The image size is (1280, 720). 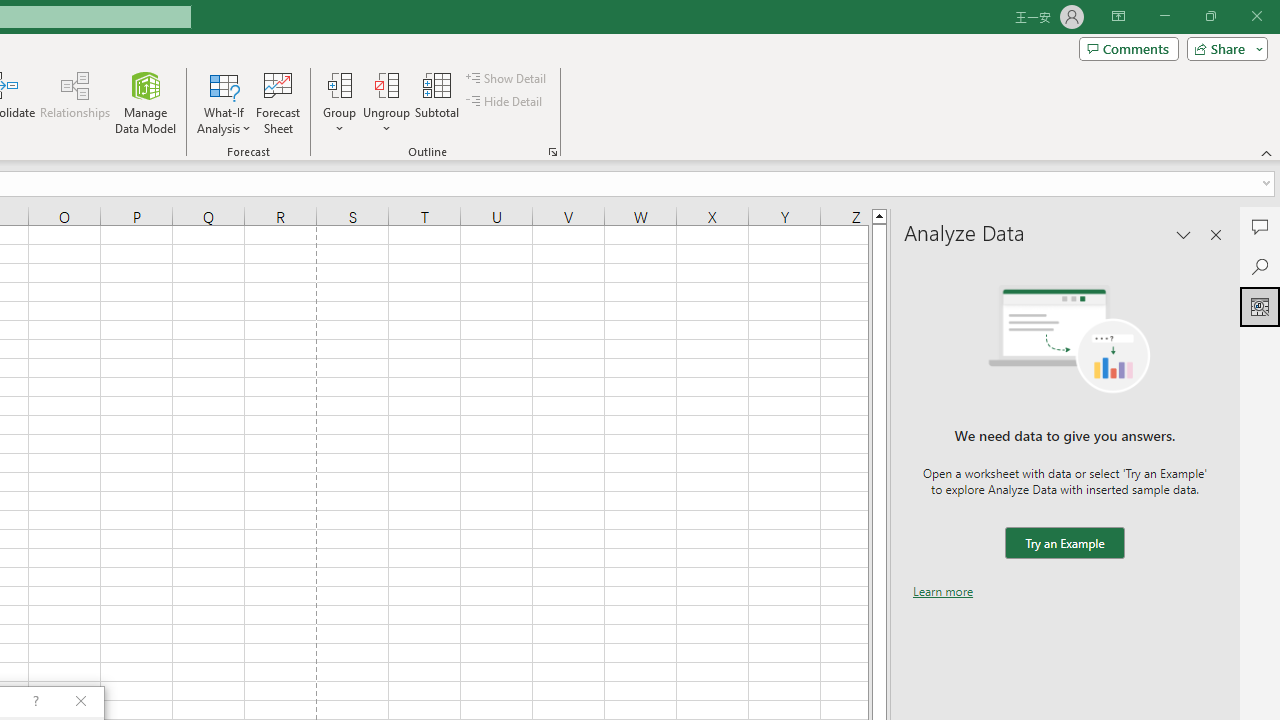 What do you see at coordinates (1215, 234) in the screenshot?
I see `'Close pane'` at bounding box center [1215, 234].